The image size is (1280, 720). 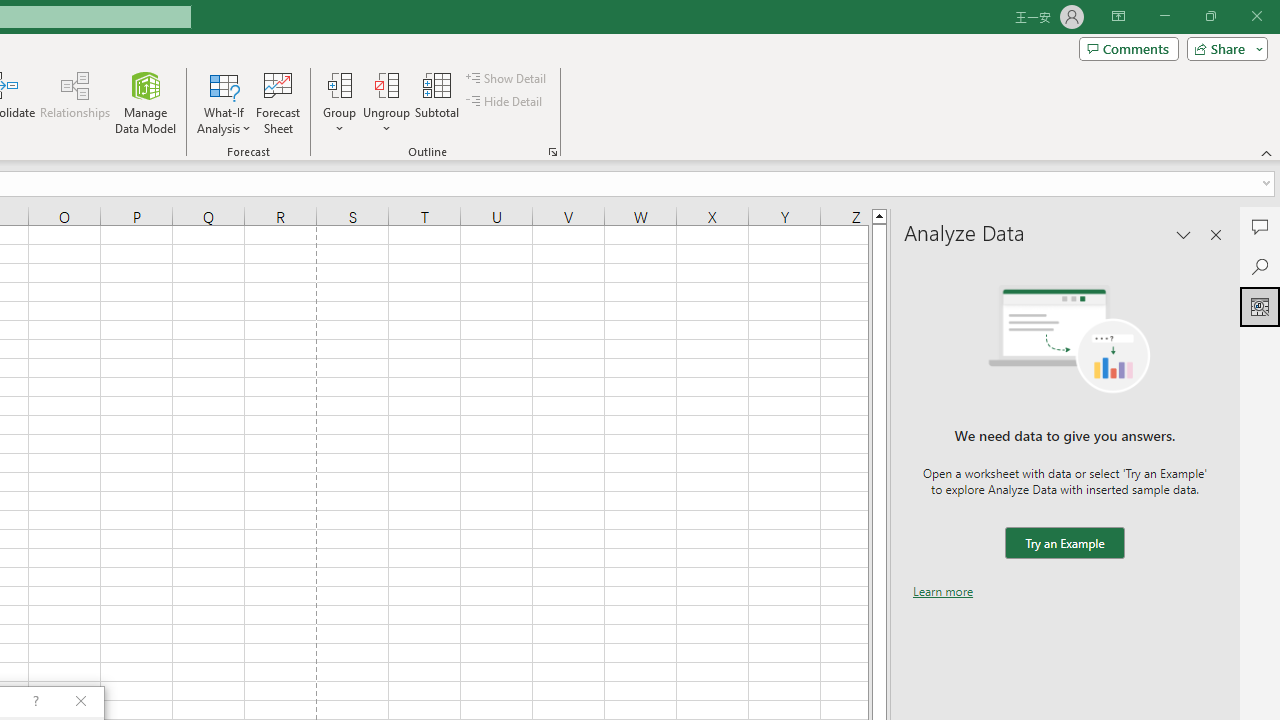 What do you see at coordinates (1215, 234) in the screenshot?
I see `'Close pane'` at bounding box center [1215, 234].